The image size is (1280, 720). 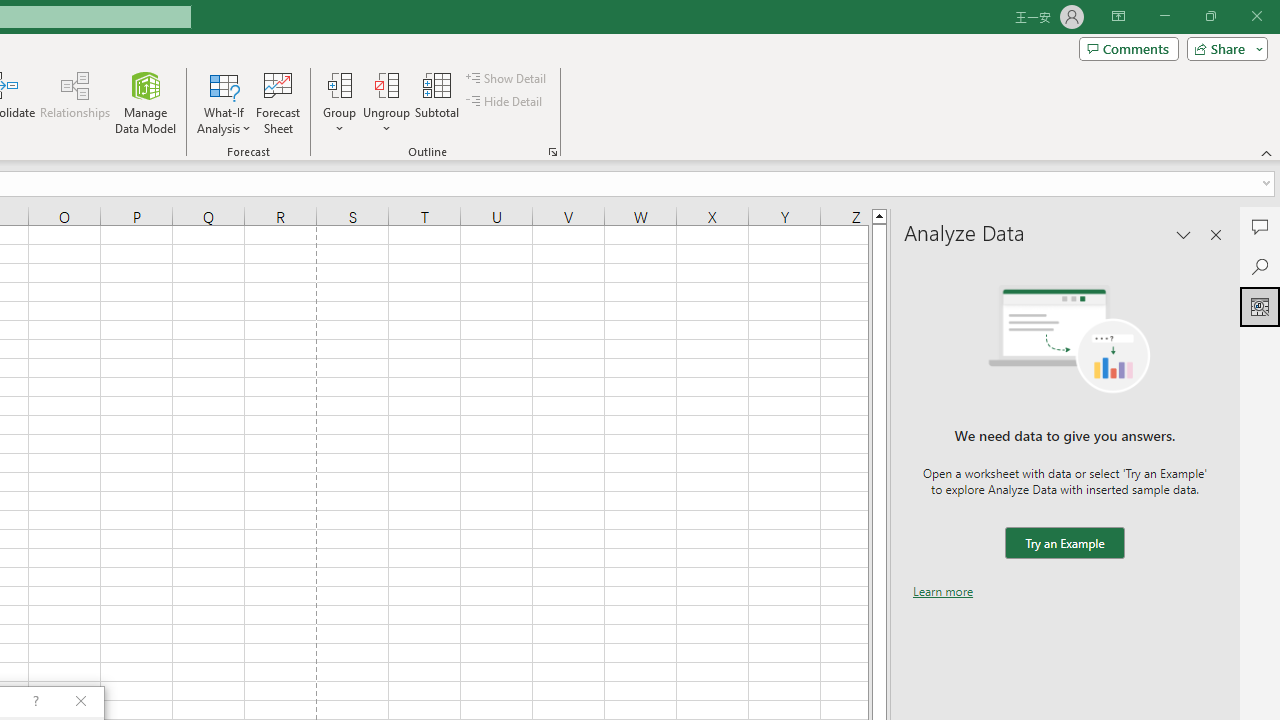 What do you see at coordinates (1215, 234) in the screenshot?
I see `'Close pane'` at bounding box center [1215, 234].